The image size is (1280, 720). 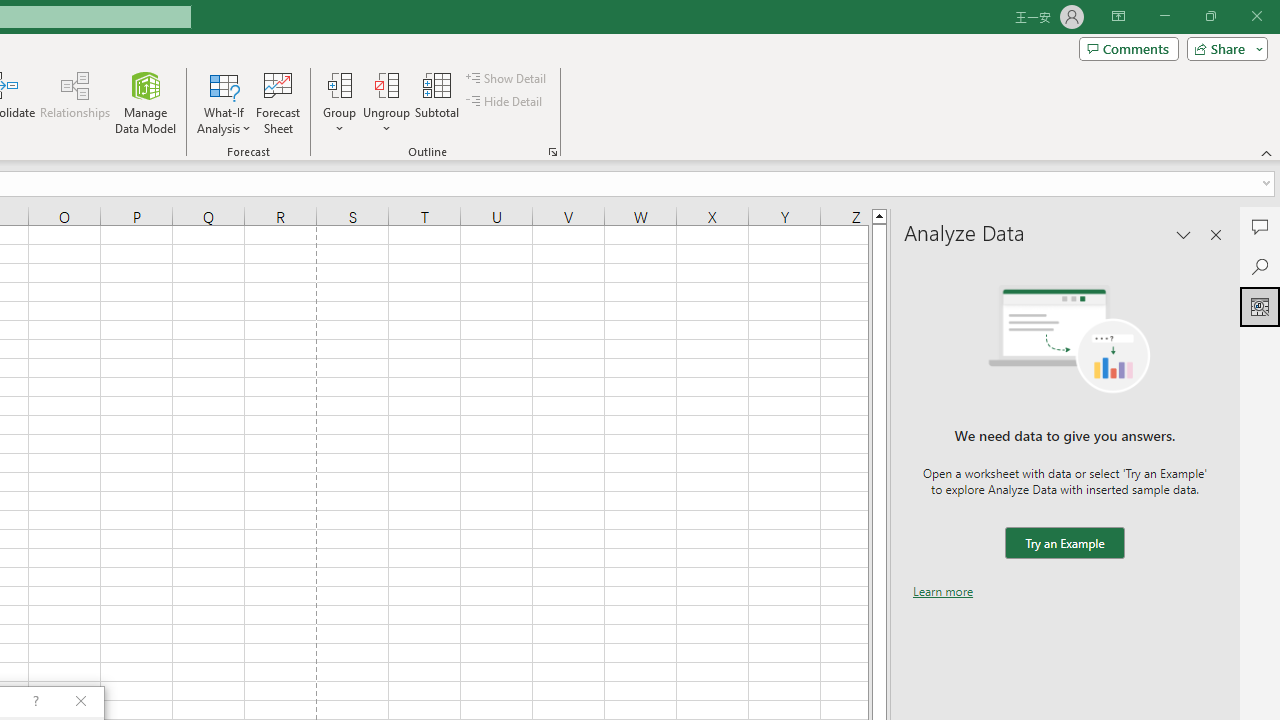 What do you see at coordinates (1215, 234) in the screenshot?
I see `'Close pane'` at bounding box center [1215, 234].